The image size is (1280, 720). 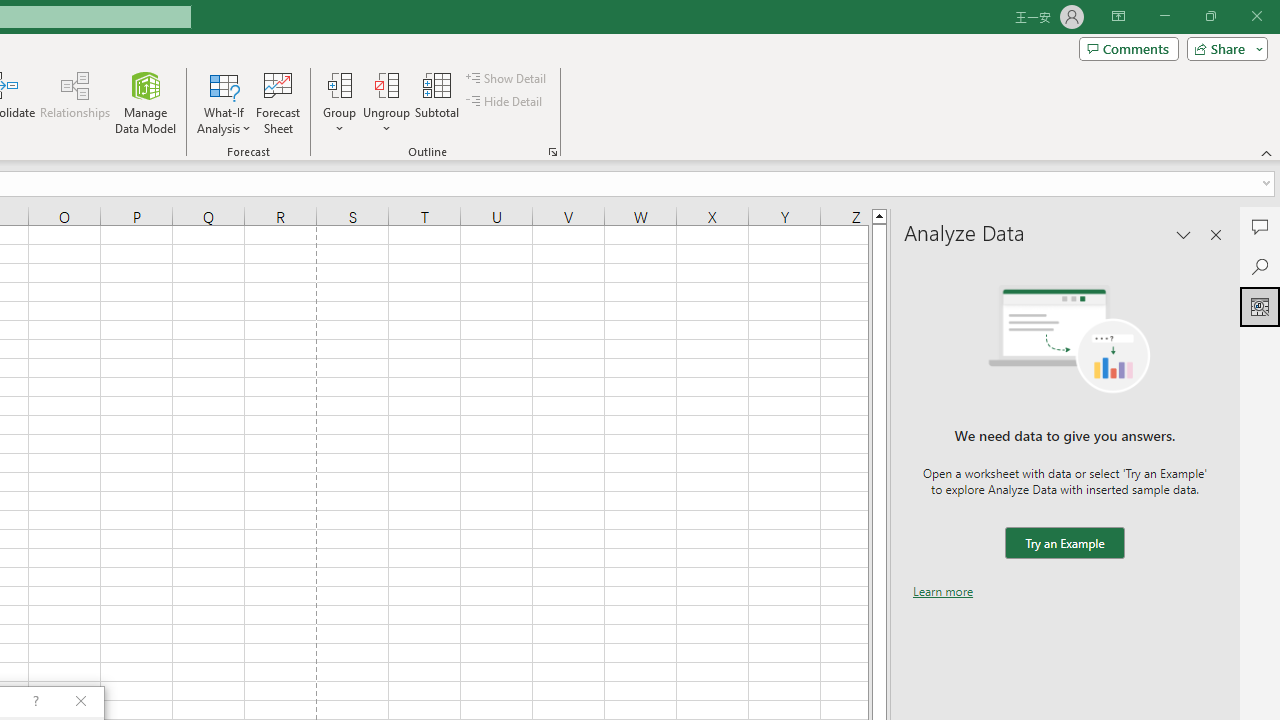 What do you see at coordinates (1215, 234) in the screenshot?
I see `'Close pane'` at bounding box center [1215, 234].